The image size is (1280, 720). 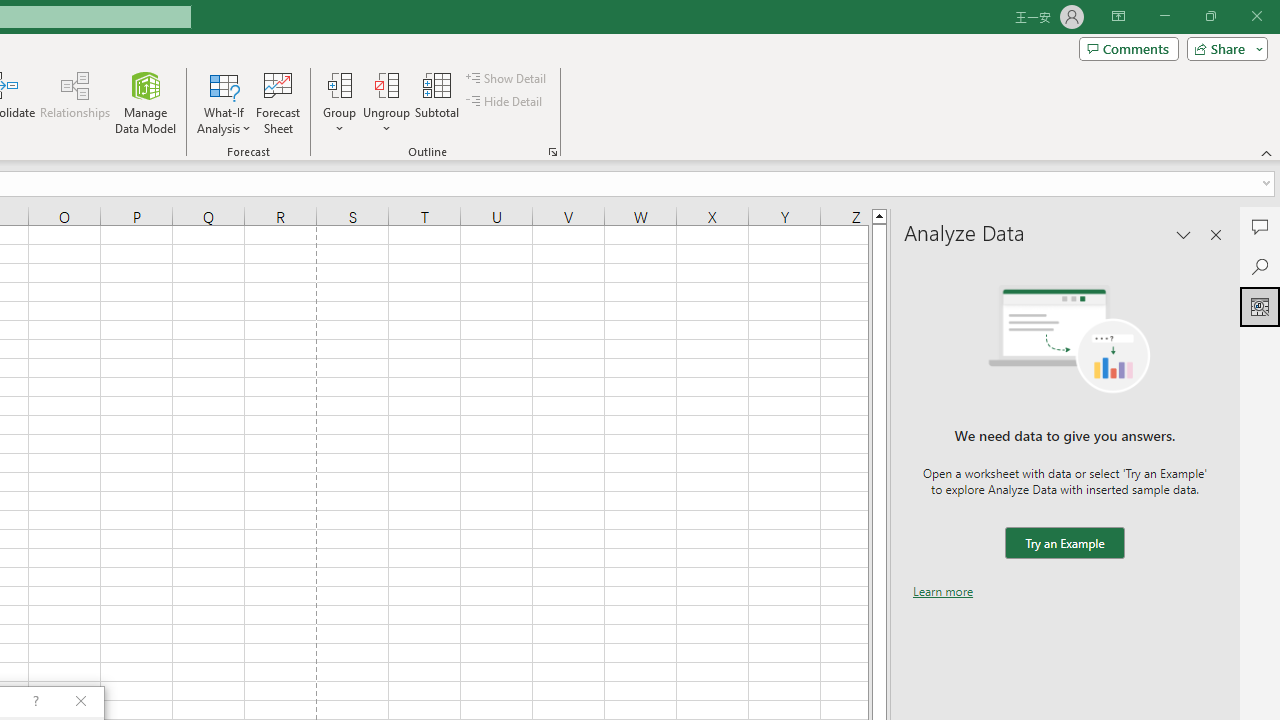 What do you see at coordinates (1215, 234) in the screenshot?
I see `'Close pane'` at bounding box center [1215, 234].